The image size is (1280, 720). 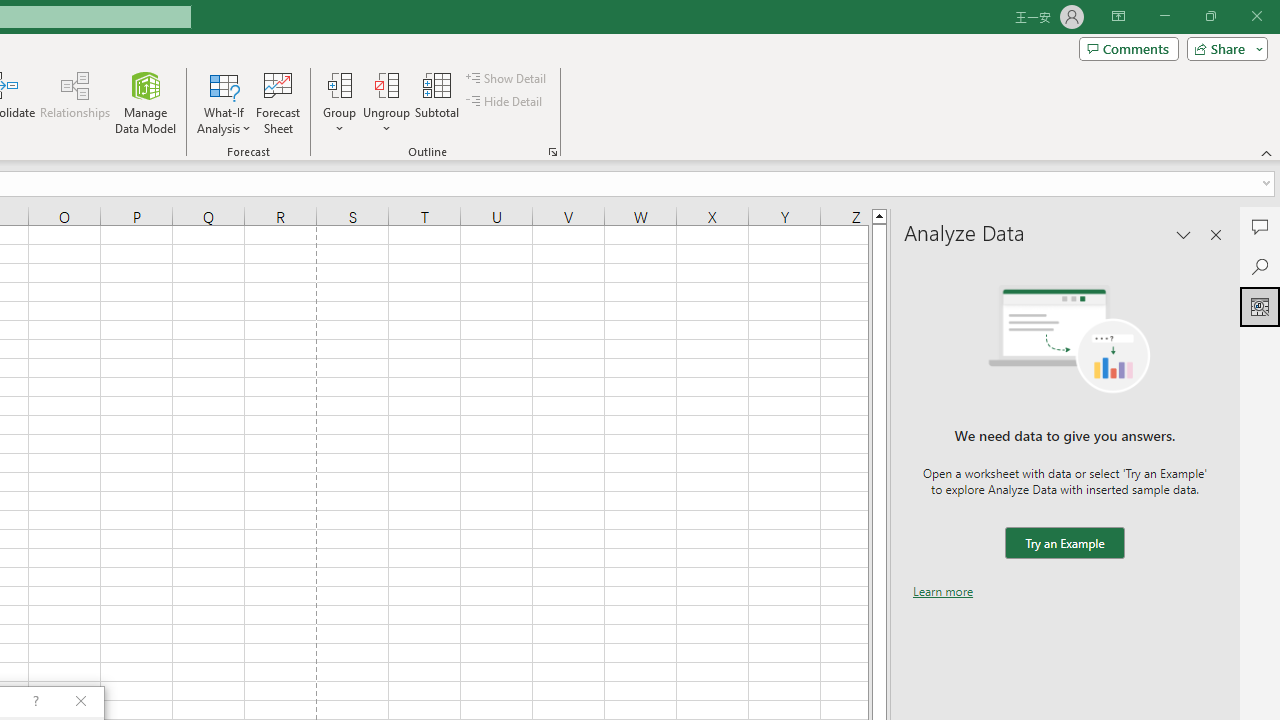 What do you see at coordinates (1215, 234) in the screenshot?
I see `'Close pane'` at bounding box center [1215, 234].